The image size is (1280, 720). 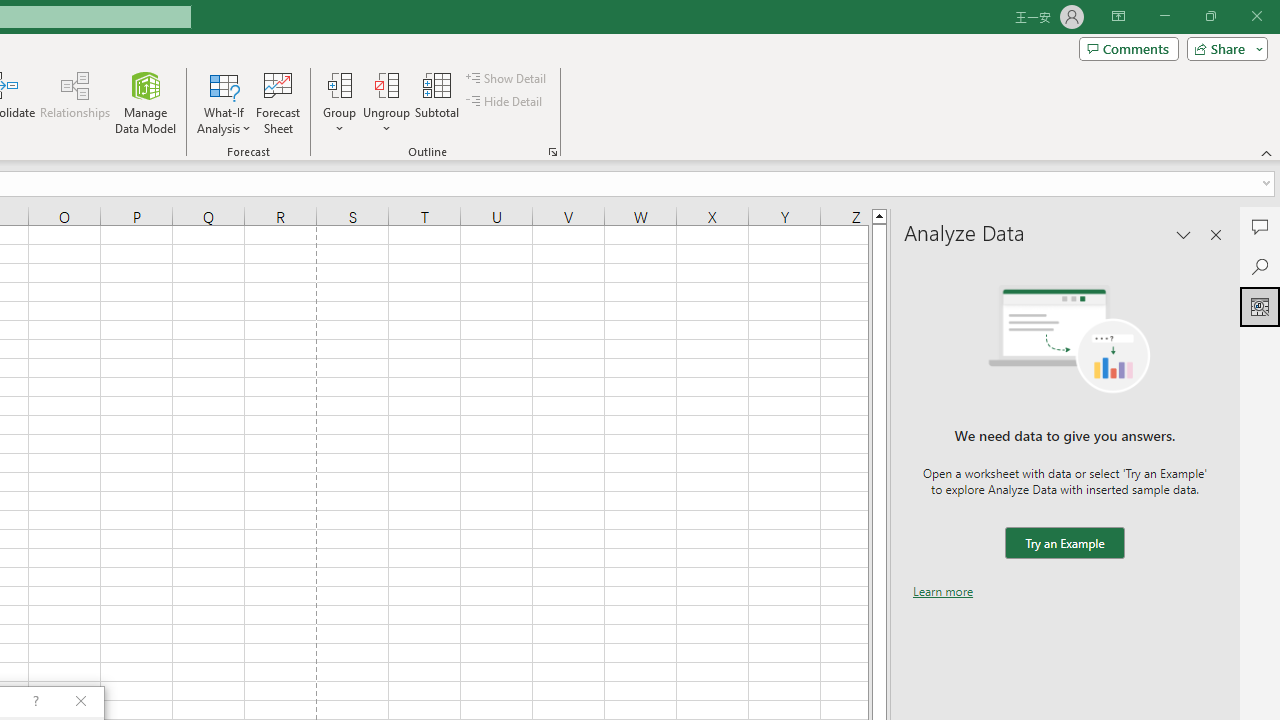 What do you see at coordinates (1215, 234) in the screenshot?
I see `'Close pane'` at bounding box center [1215, 234].